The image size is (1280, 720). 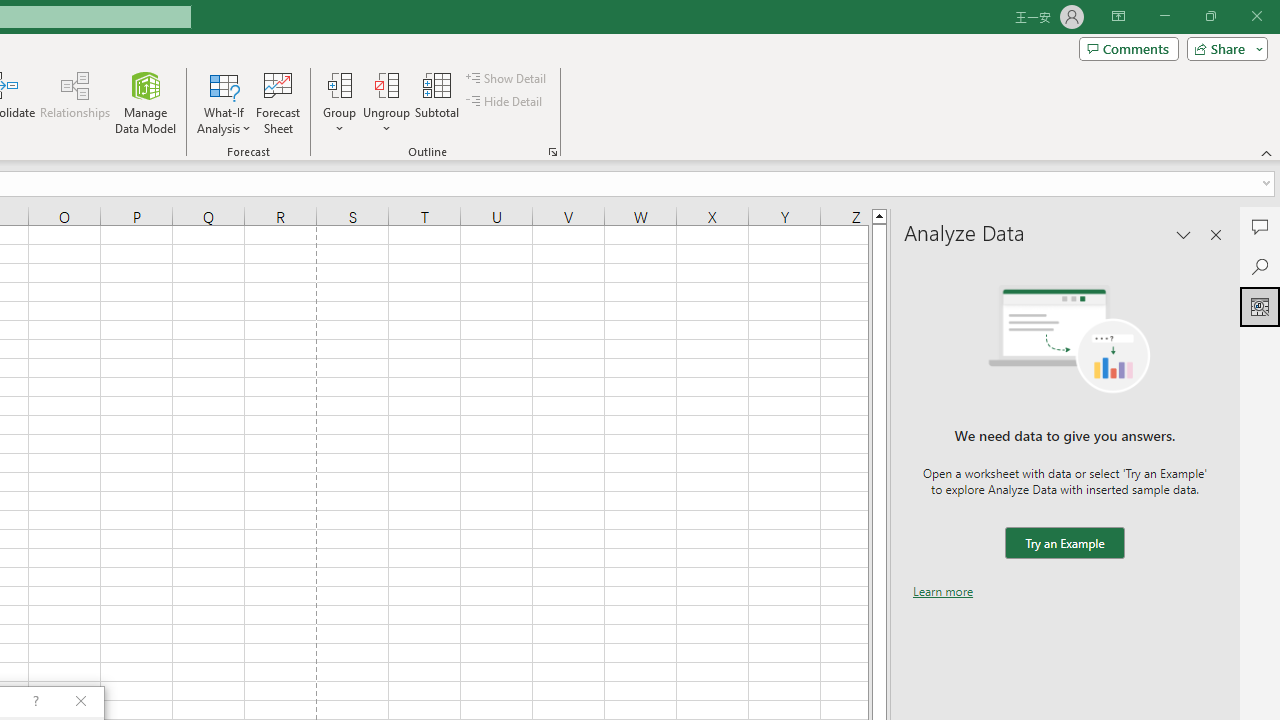 What do you see at coordinates (1215, 234) in the screenshot?
I see `'Close pane'` at bounding box center [1215, 234].